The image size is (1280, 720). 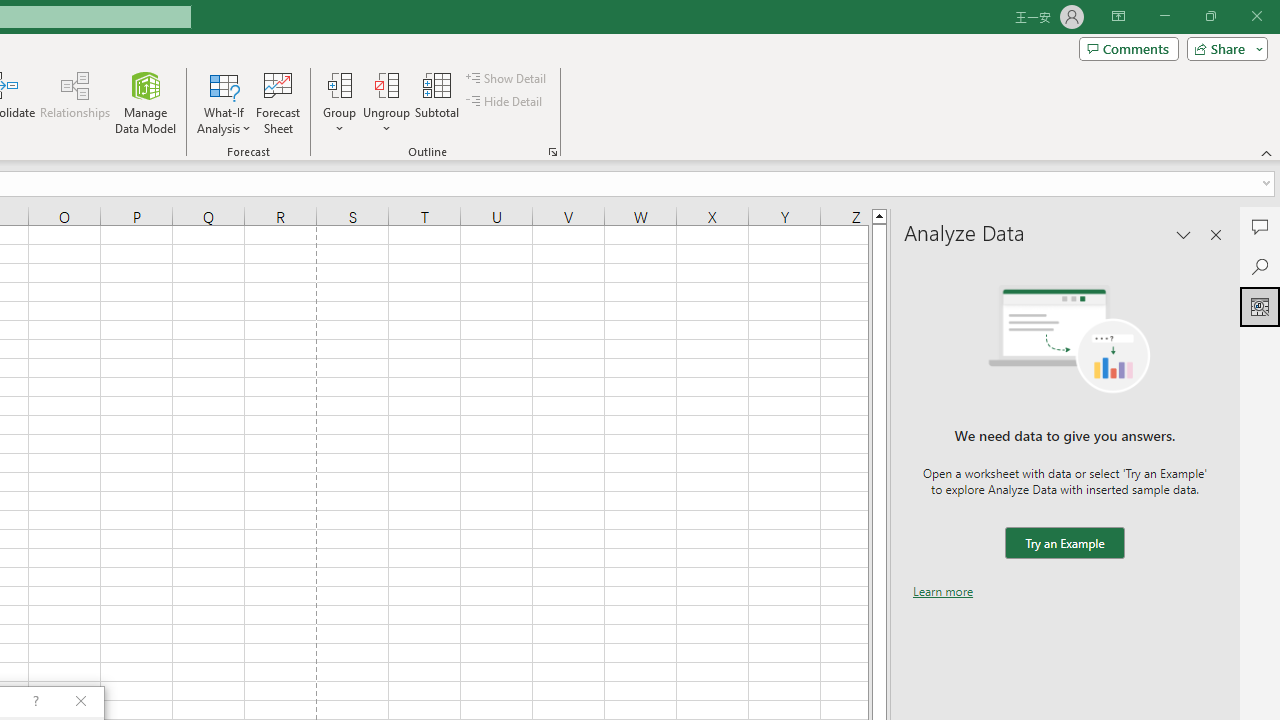 What do you see at coordinates (1215, 234) in the screenshot?
I see `'Close pane'` at bounding box center [1215, 234].